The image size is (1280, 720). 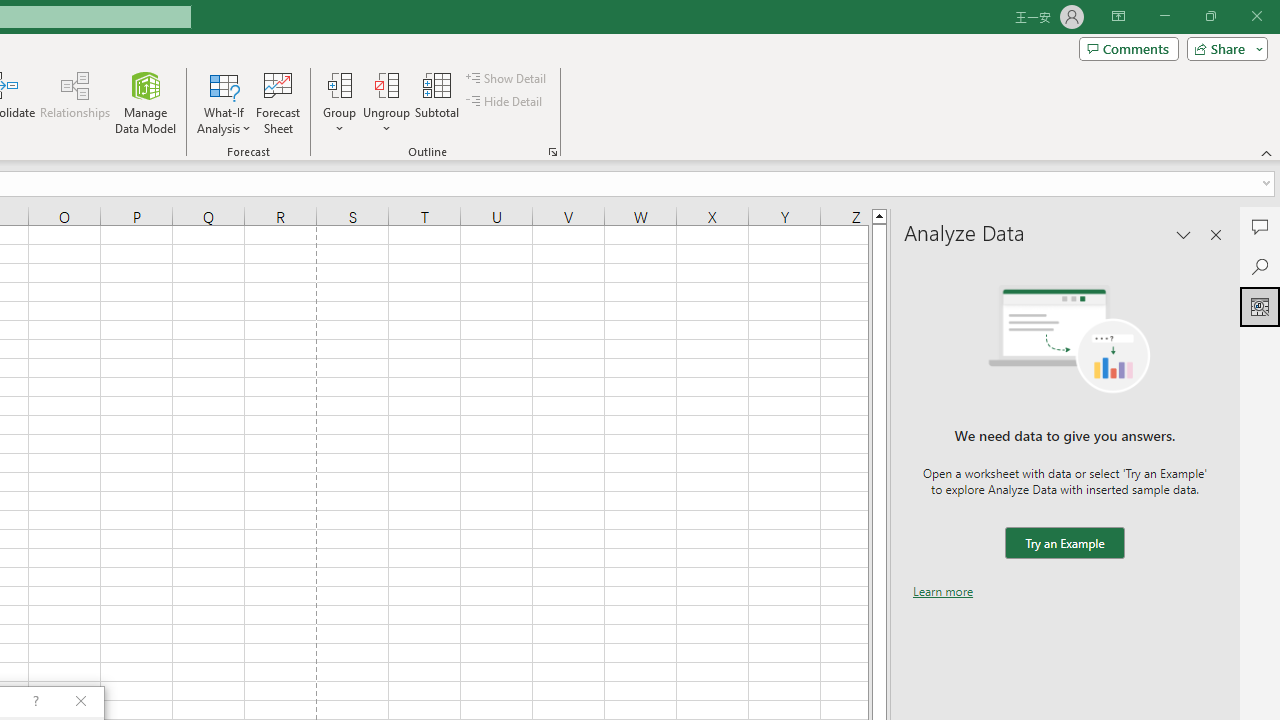 What do you see at coordinates (1215, 234) in the screenshot?
I see `'Close pane'` at bounding box center [1215, 234].